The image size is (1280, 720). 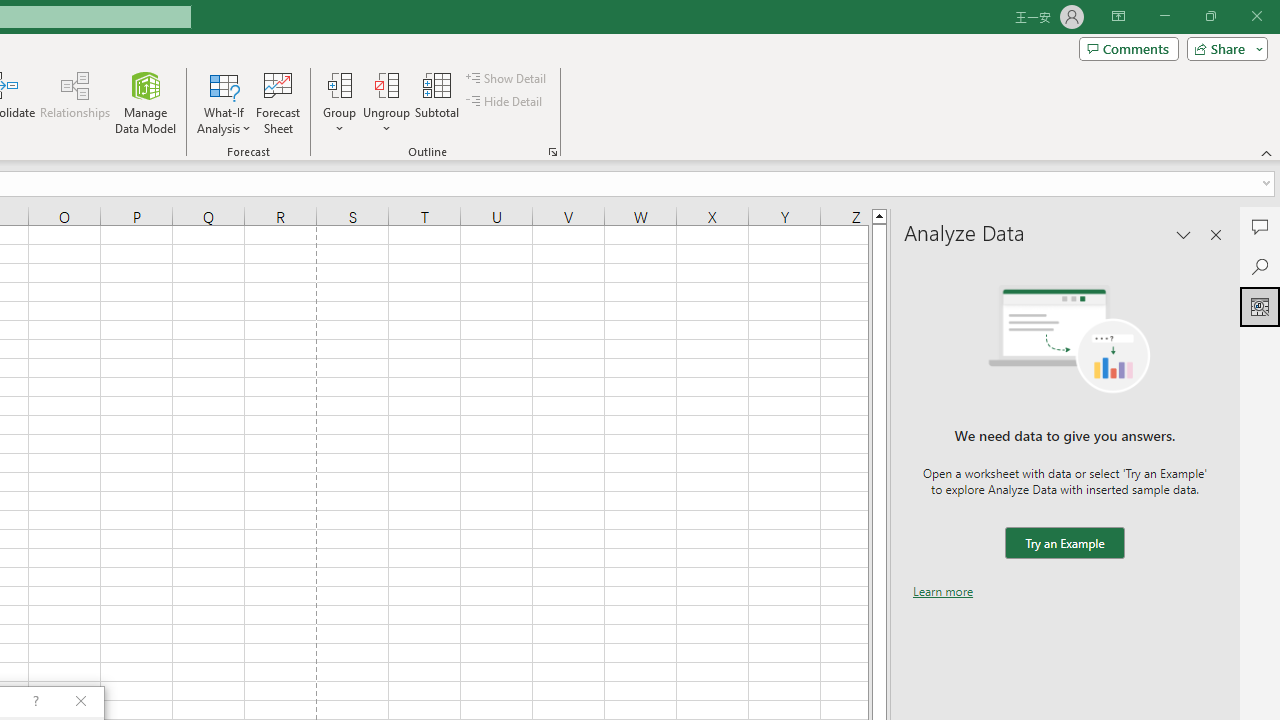 What do you see at coordinates (1215, 234) in the screenshot?
I see `'Close pane'` at bounding box center [1215, 234].